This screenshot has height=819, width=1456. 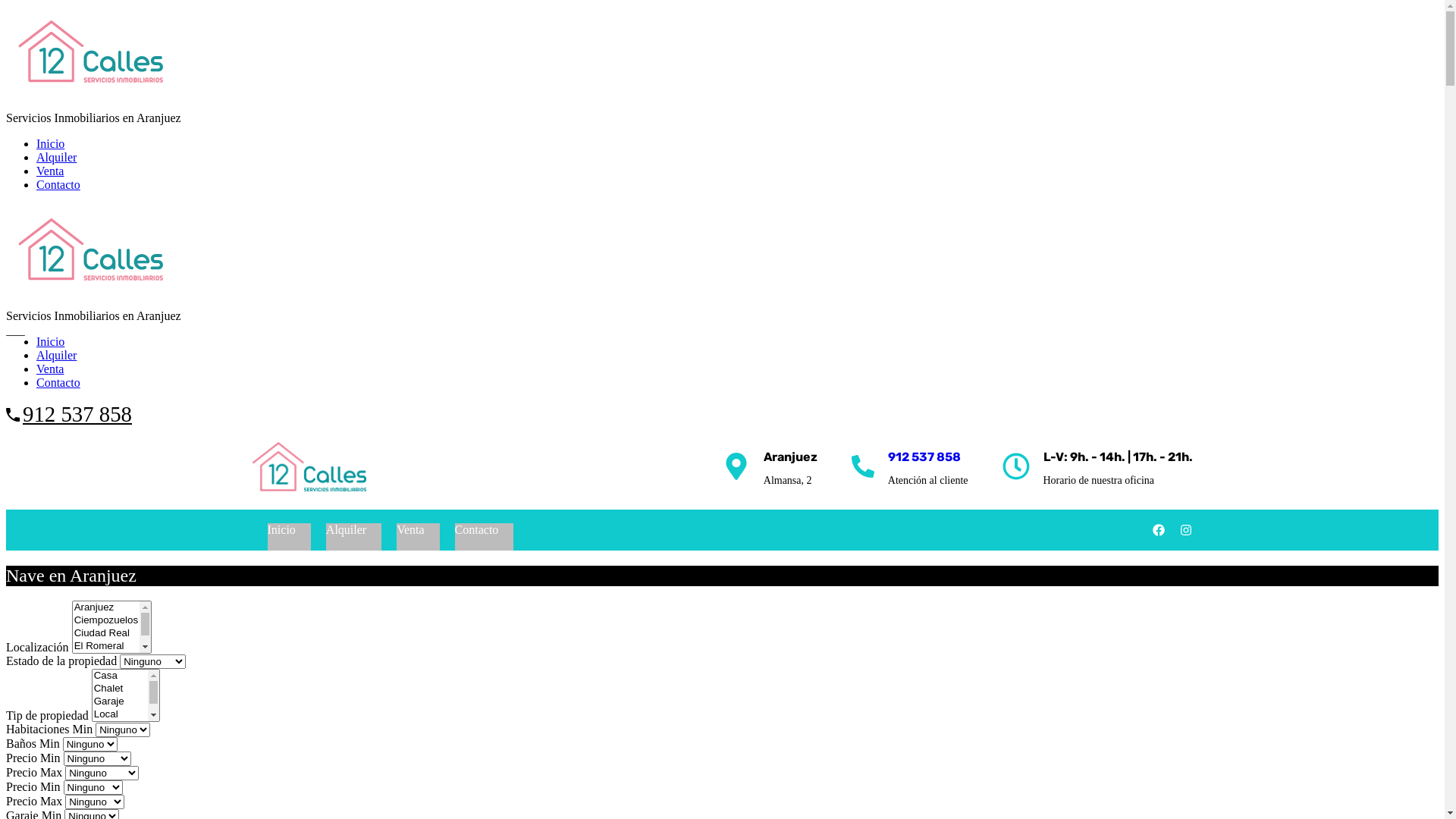 What do you see at coordinates (50, 369) in the screenshot?
I see `'Venta'` at bounding box center [50, 369].